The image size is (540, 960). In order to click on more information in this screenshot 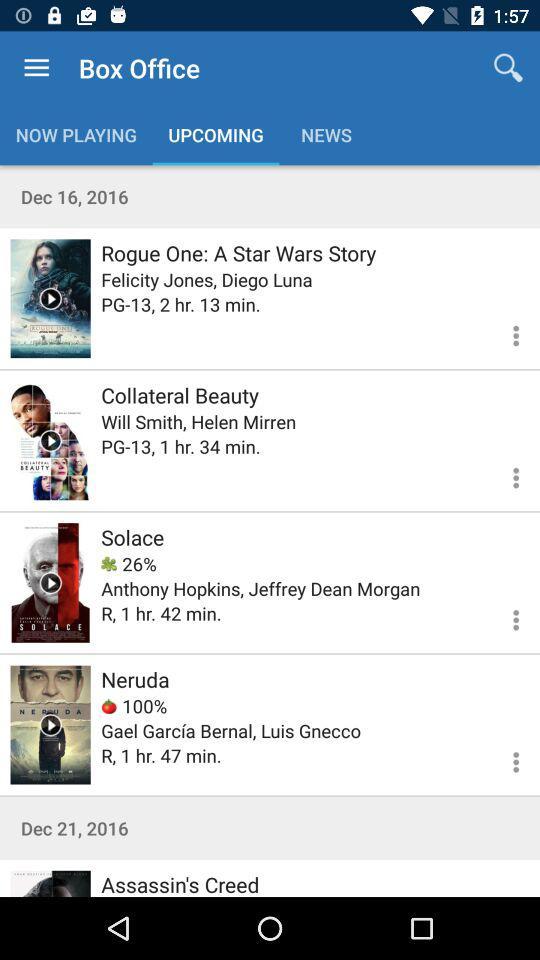, I will do `click(503, 616)`.